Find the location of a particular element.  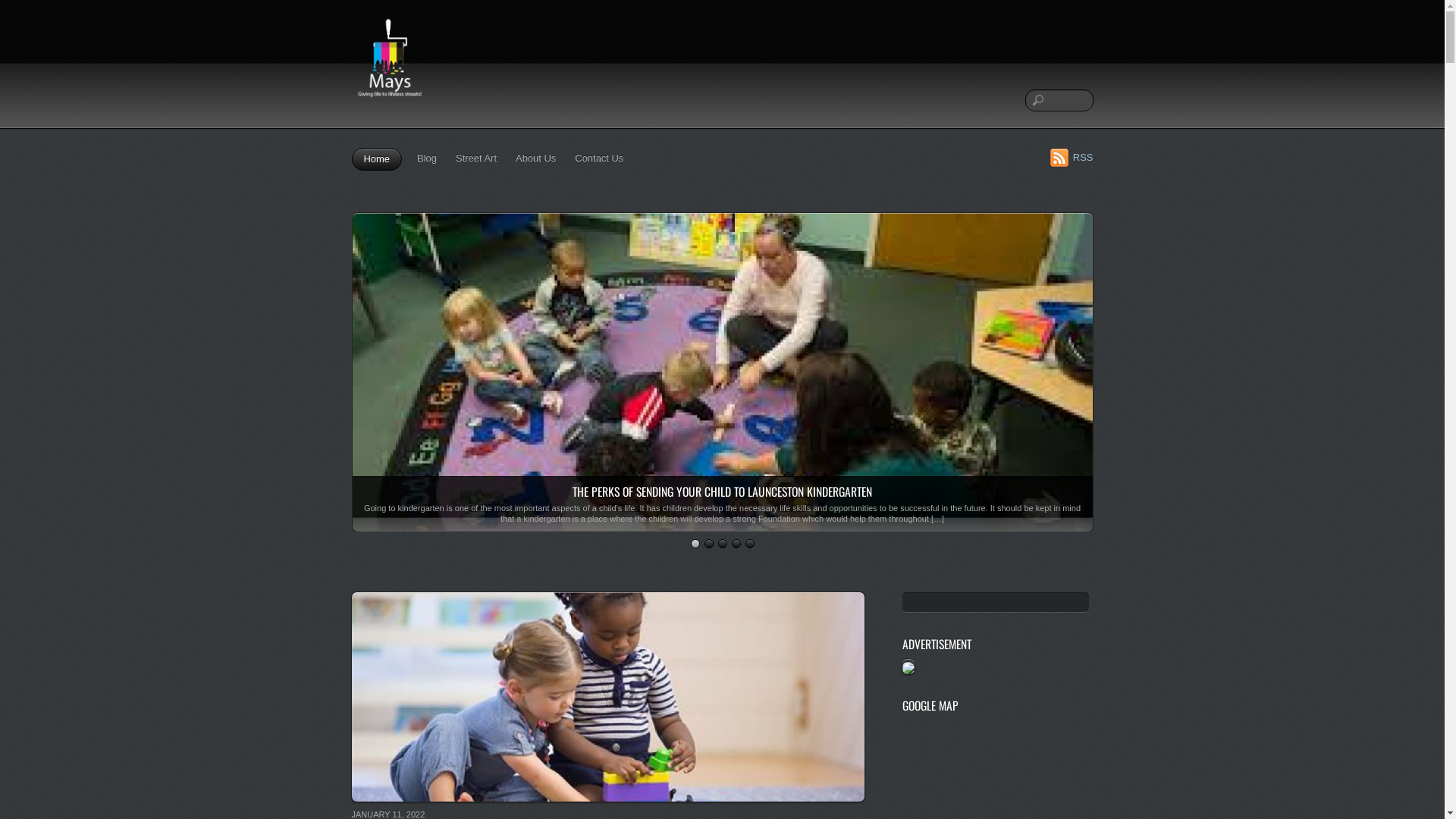

'Search' is located at coordinates (1058, 100).